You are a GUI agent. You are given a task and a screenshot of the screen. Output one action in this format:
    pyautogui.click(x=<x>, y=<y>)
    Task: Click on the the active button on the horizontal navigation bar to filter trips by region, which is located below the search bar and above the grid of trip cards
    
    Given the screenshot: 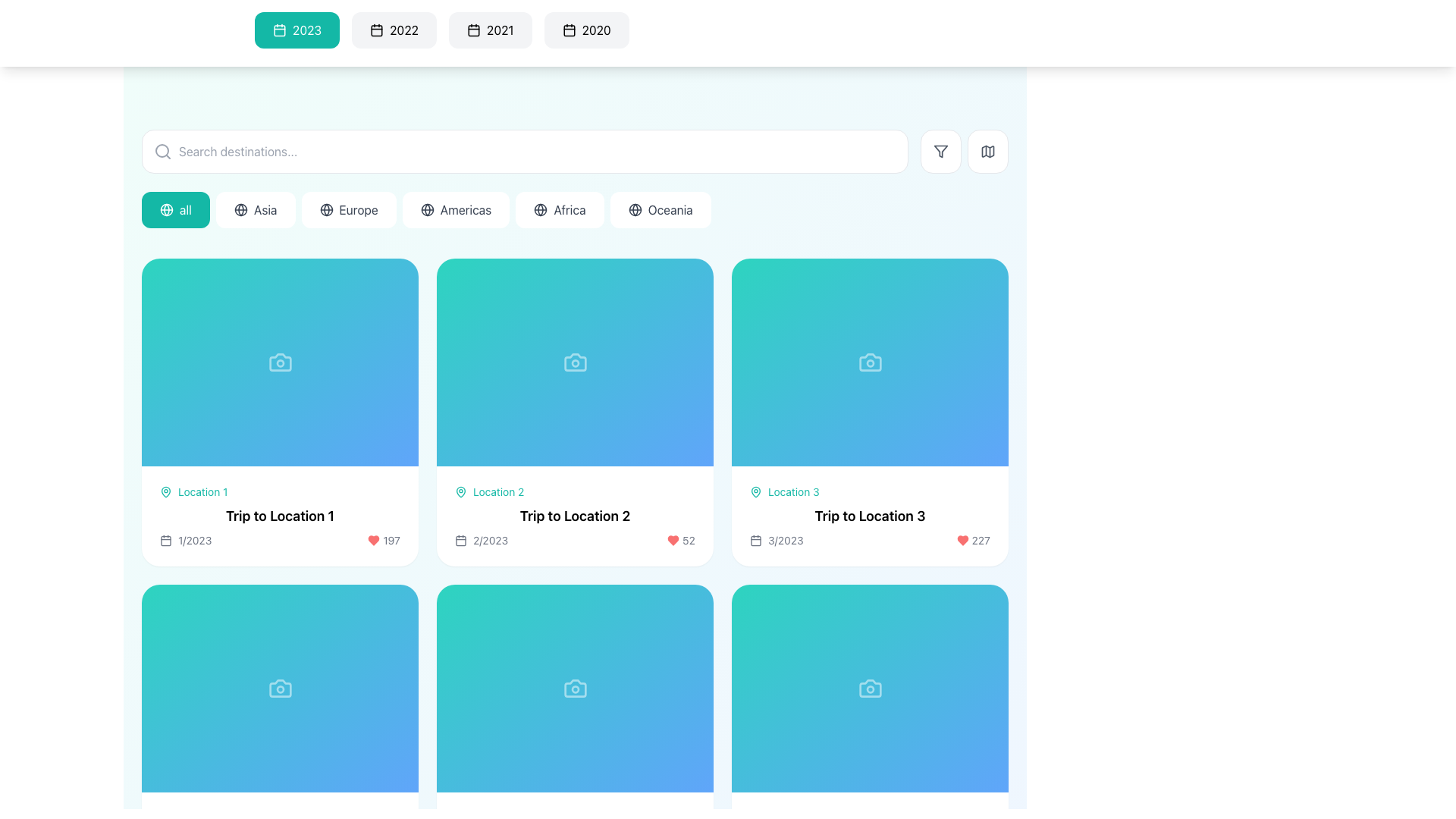 What is the action you would take?
    pyautogui.click(x=574, y=213)
    